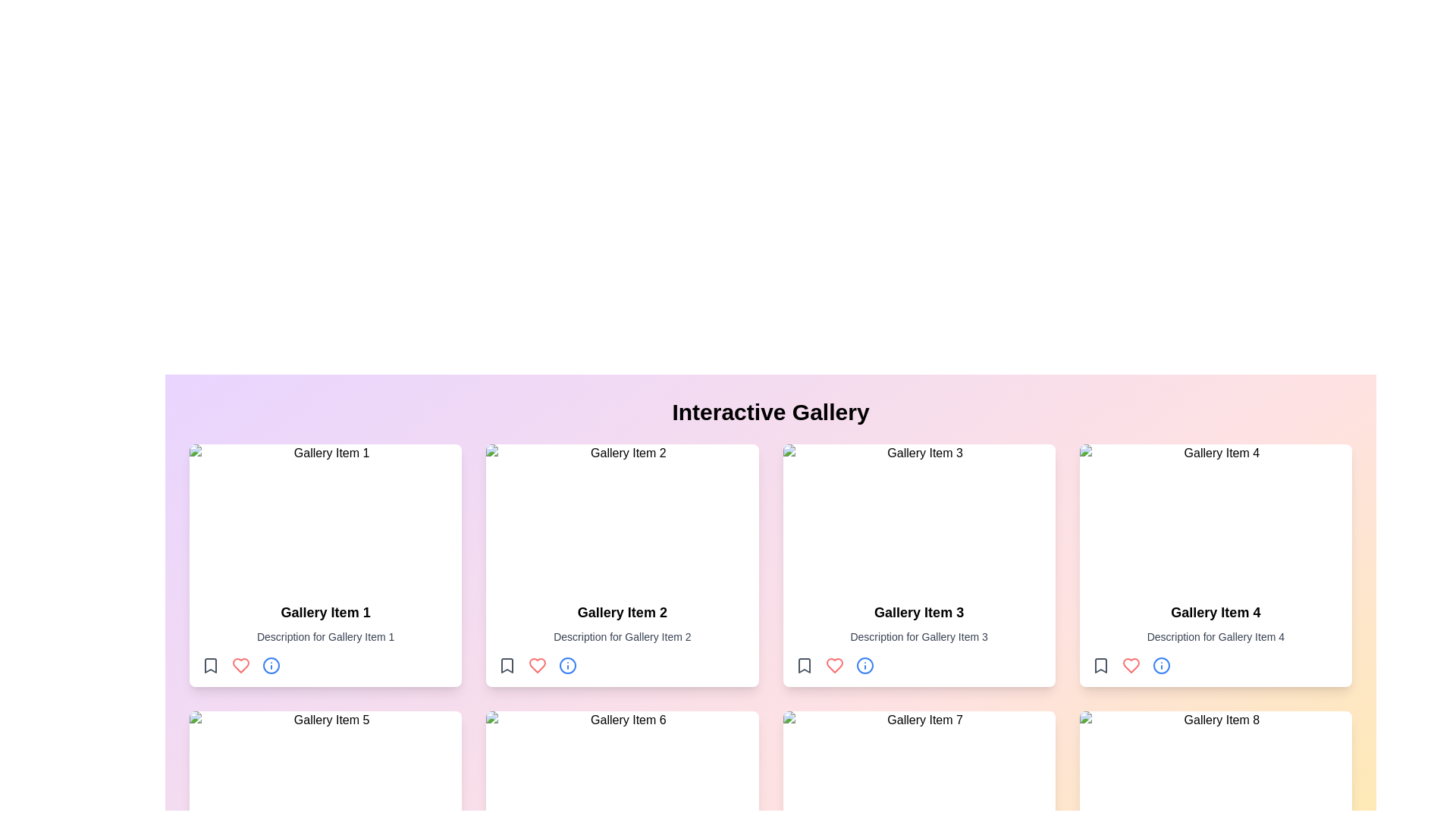  What do you see at coordinates (1100, 665) in the screenshot?
I see `the bookmark icon located in the bottom-left corner of the card titled 'Gallery Item 4'` at bounding box center [1100, 665].